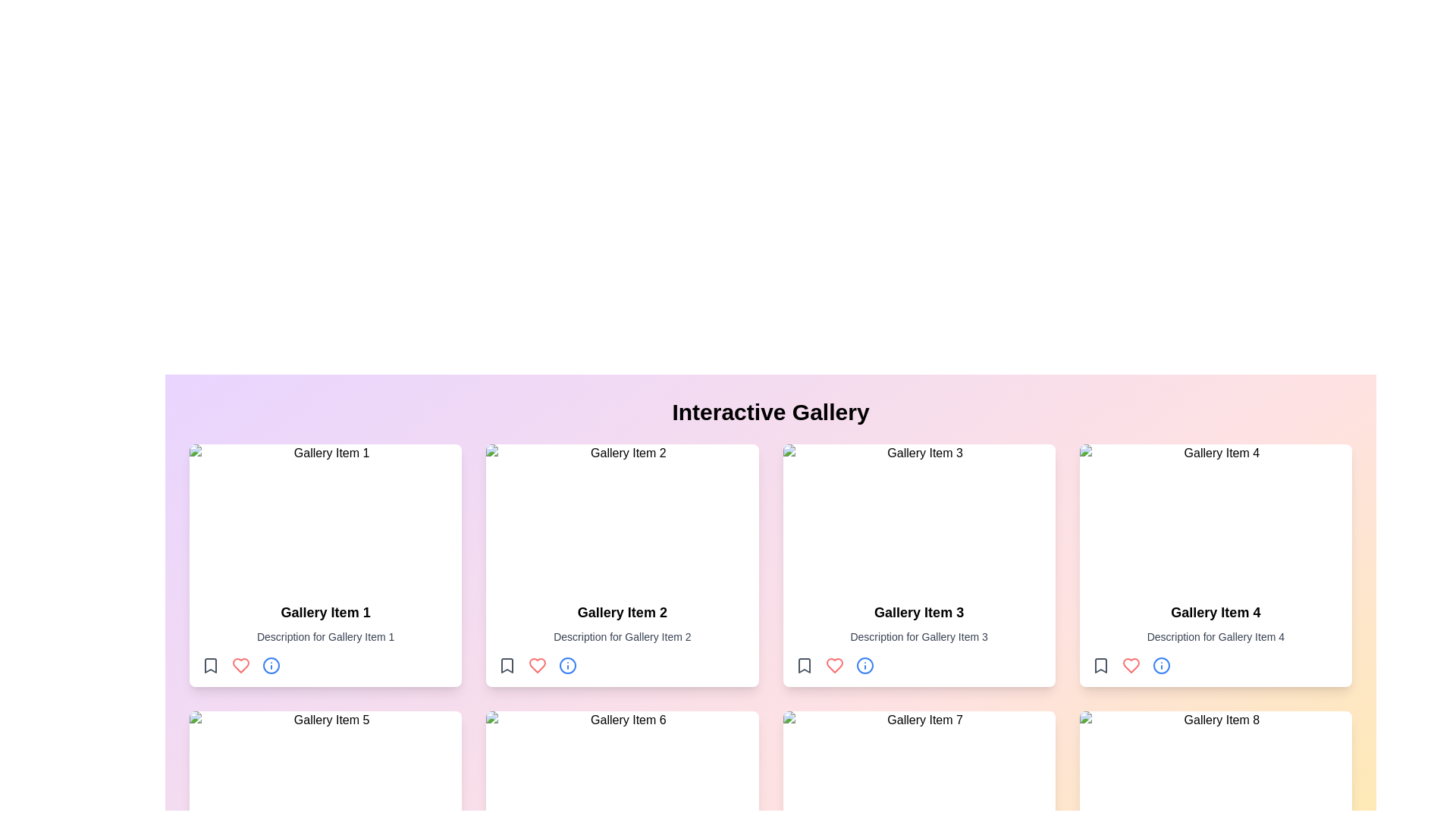  What do you see at coordinates (1100, 665) in the screenshot?
I see `the bookmark icon located in the bottom-left corner of the card titled 'Gallery Item 4'` at bounding box center [1100, 665].